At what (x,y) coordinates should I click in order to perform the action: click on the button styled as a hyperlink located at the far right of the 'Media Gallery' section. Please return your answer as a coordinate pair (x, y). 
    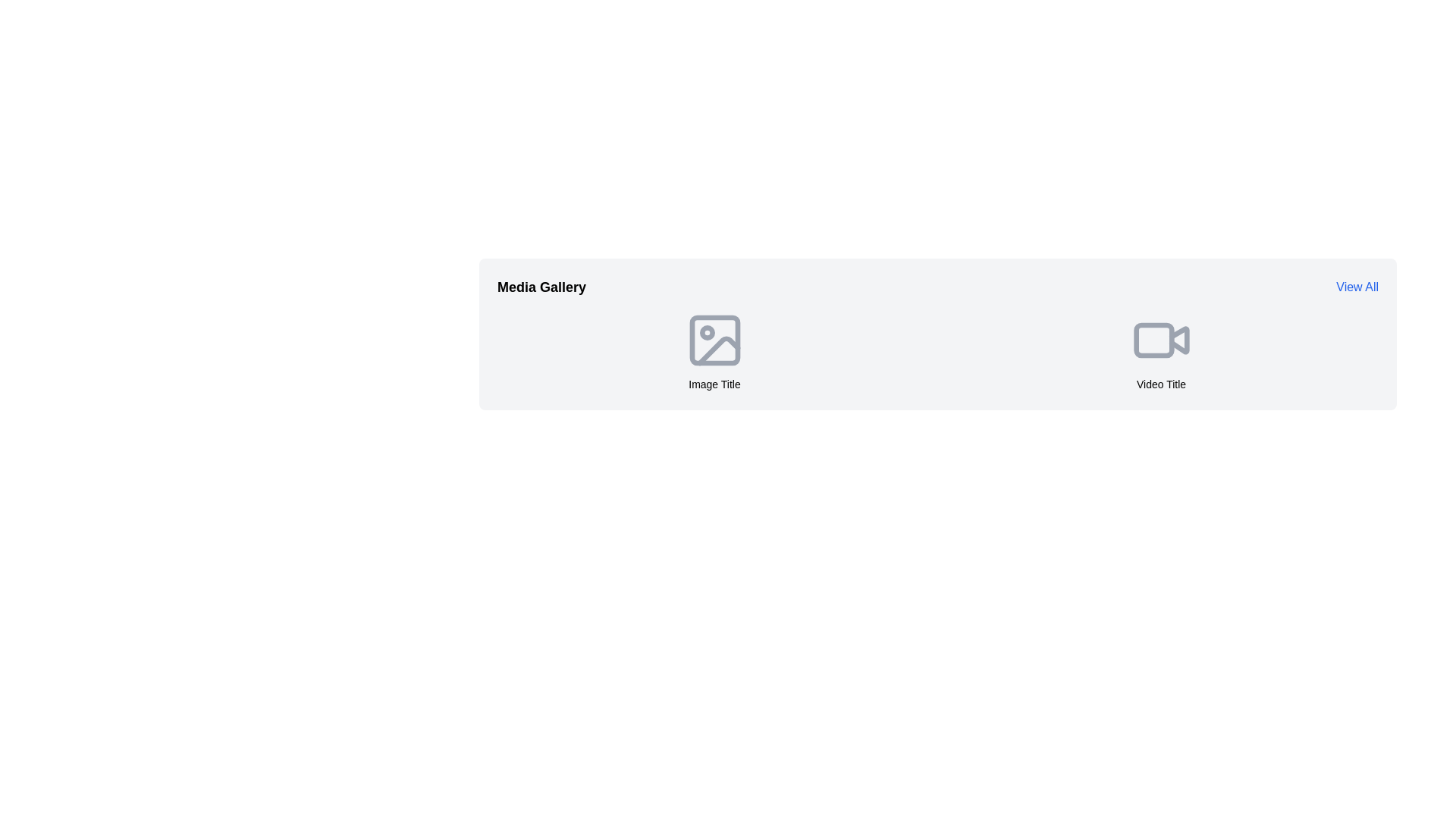
    Looking at the image, I should click on (1357, 287).